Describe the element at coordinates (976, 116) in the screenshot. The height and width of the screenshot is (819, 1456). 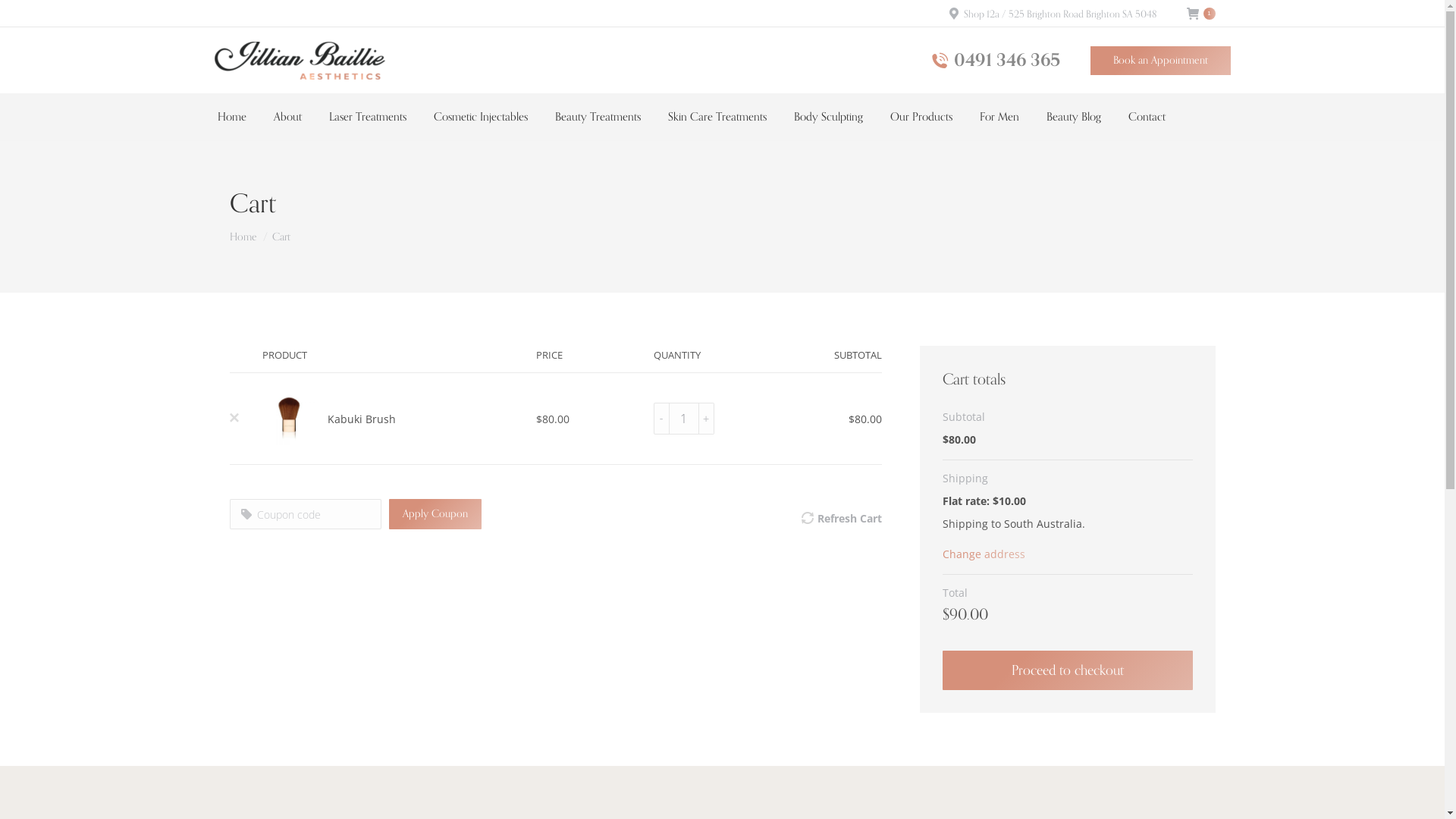
I see `'For Men'` at that location.